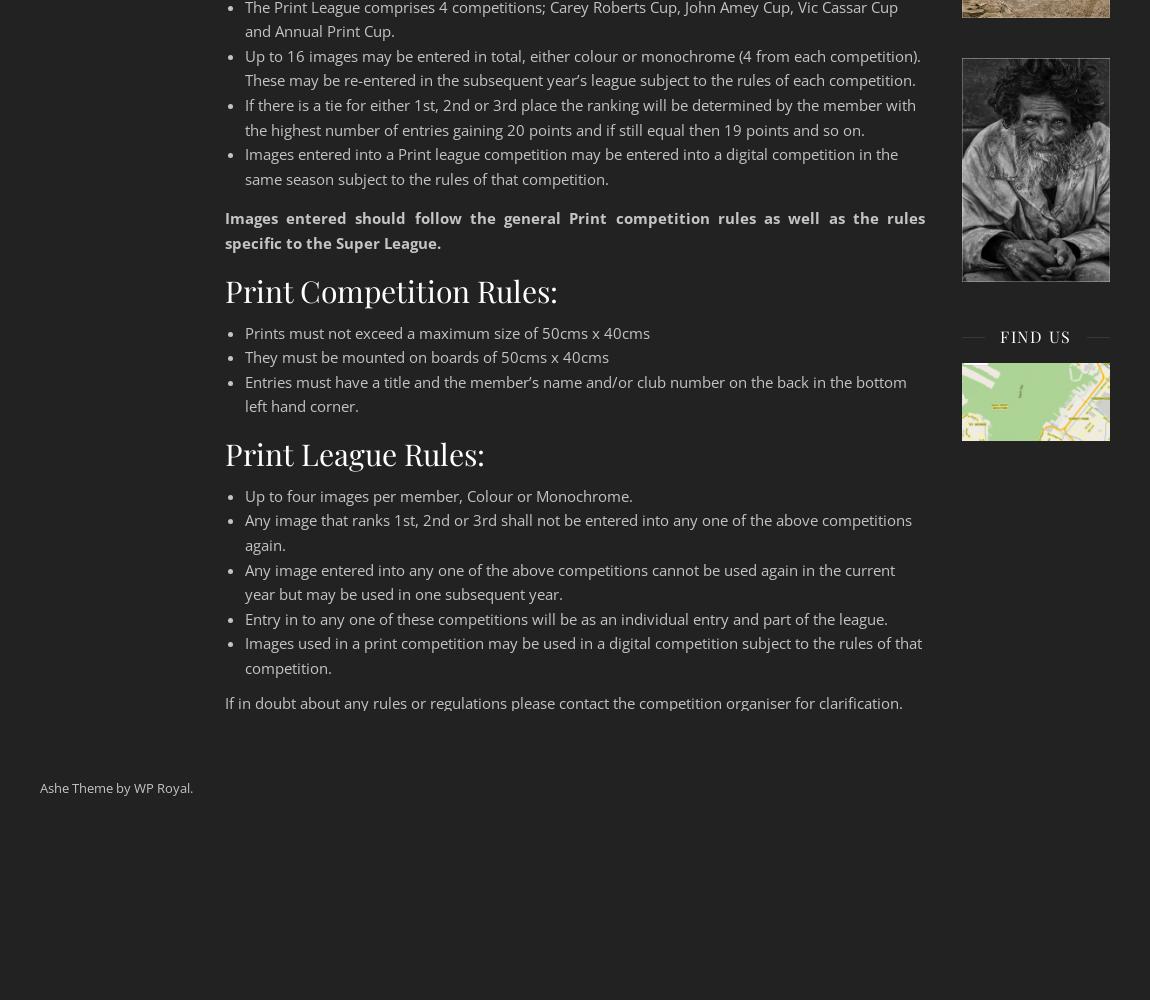 This screenshot has width=1150, height=1000. What do you see at coordinates (243, 580) in the screenshot?
I see `'Any image entered into any one of the above competitions cannot be used again in the current year but may be used in one subsequent year.'` at bounding box center [243, 580].